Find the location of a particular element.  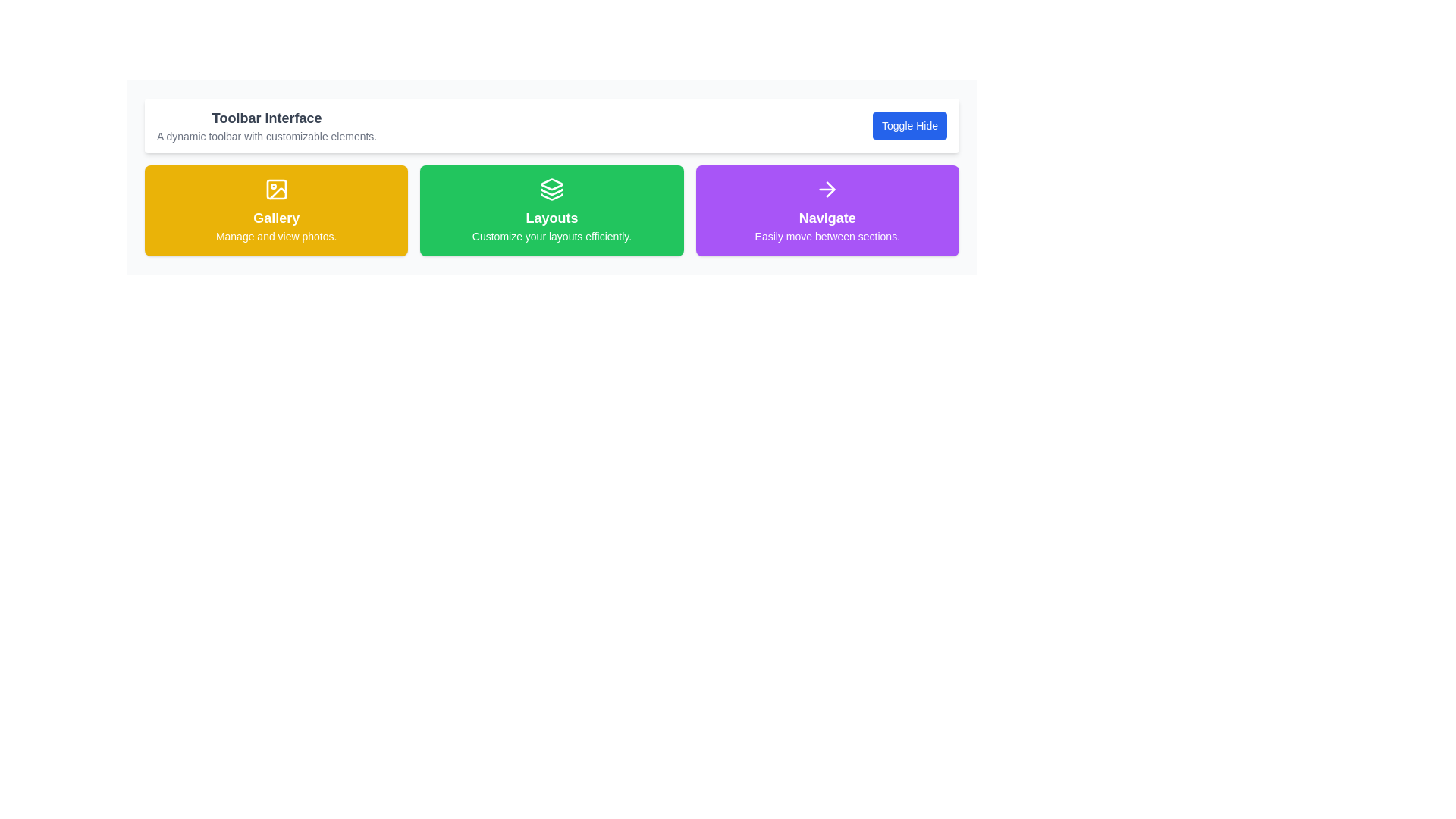

the SVG graphic/icon resembling stacked rectangles with a green background, located at the top-center of the 'Layouts' box is located at coordinates (551, 189).